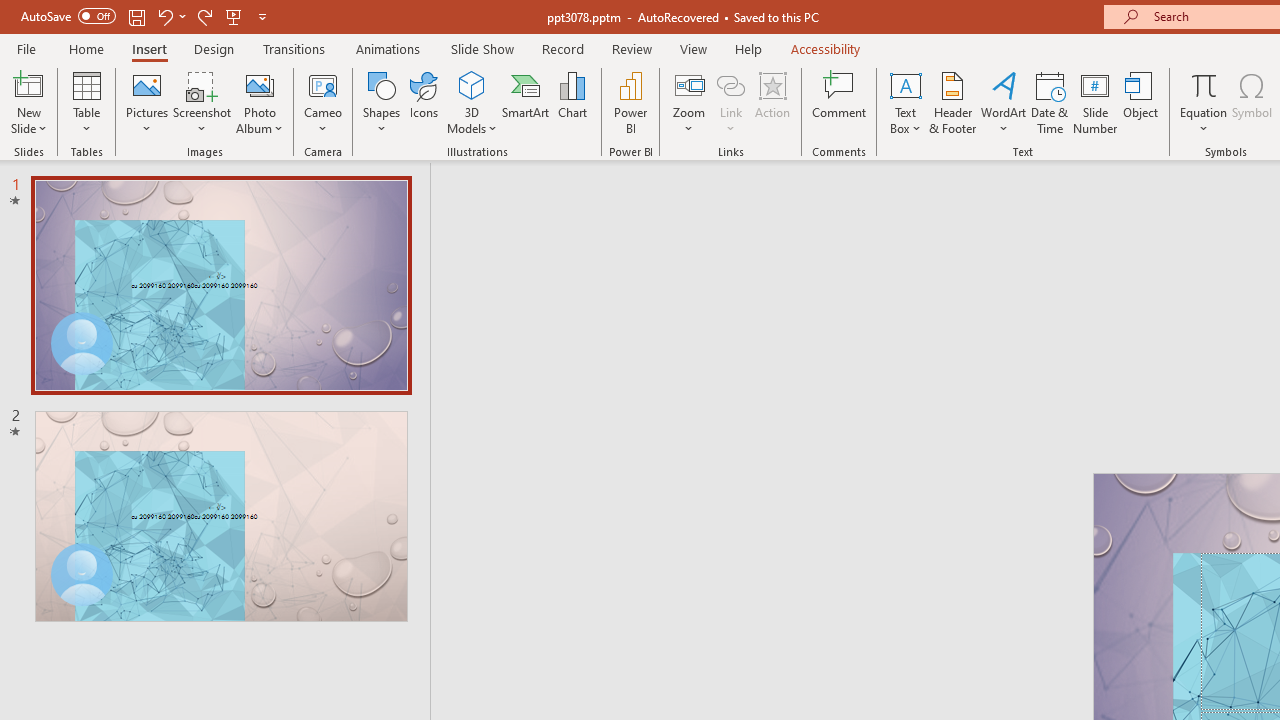  I want to click on 'Slide Number', so click(1094, 103).